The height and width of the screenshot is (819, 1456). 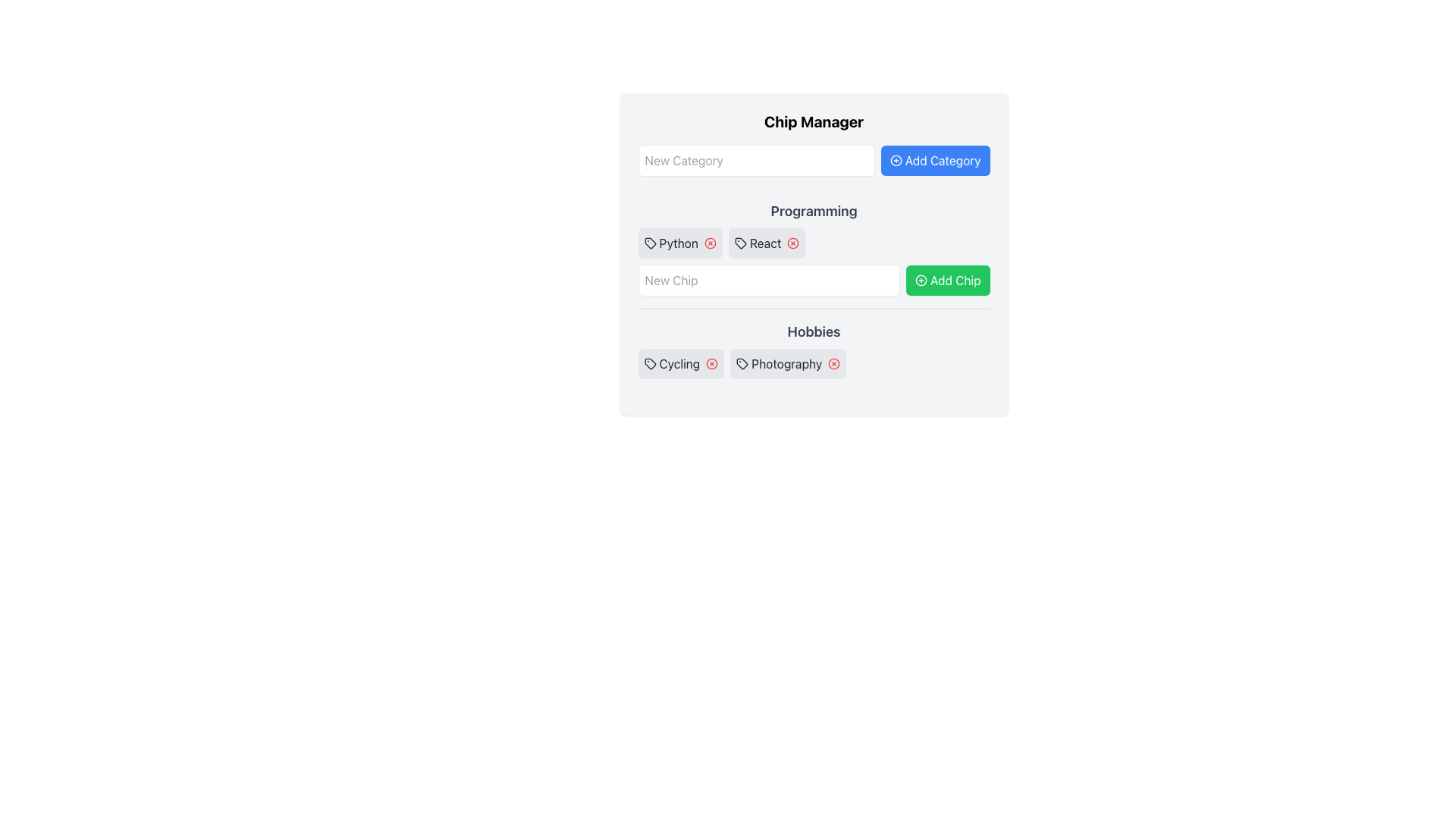 I want to click on the tag icon styled as a compact design with a pointed corner and a small circle cutout, located within the 'React' chip in the Programming section, so click(x=740, y=242).